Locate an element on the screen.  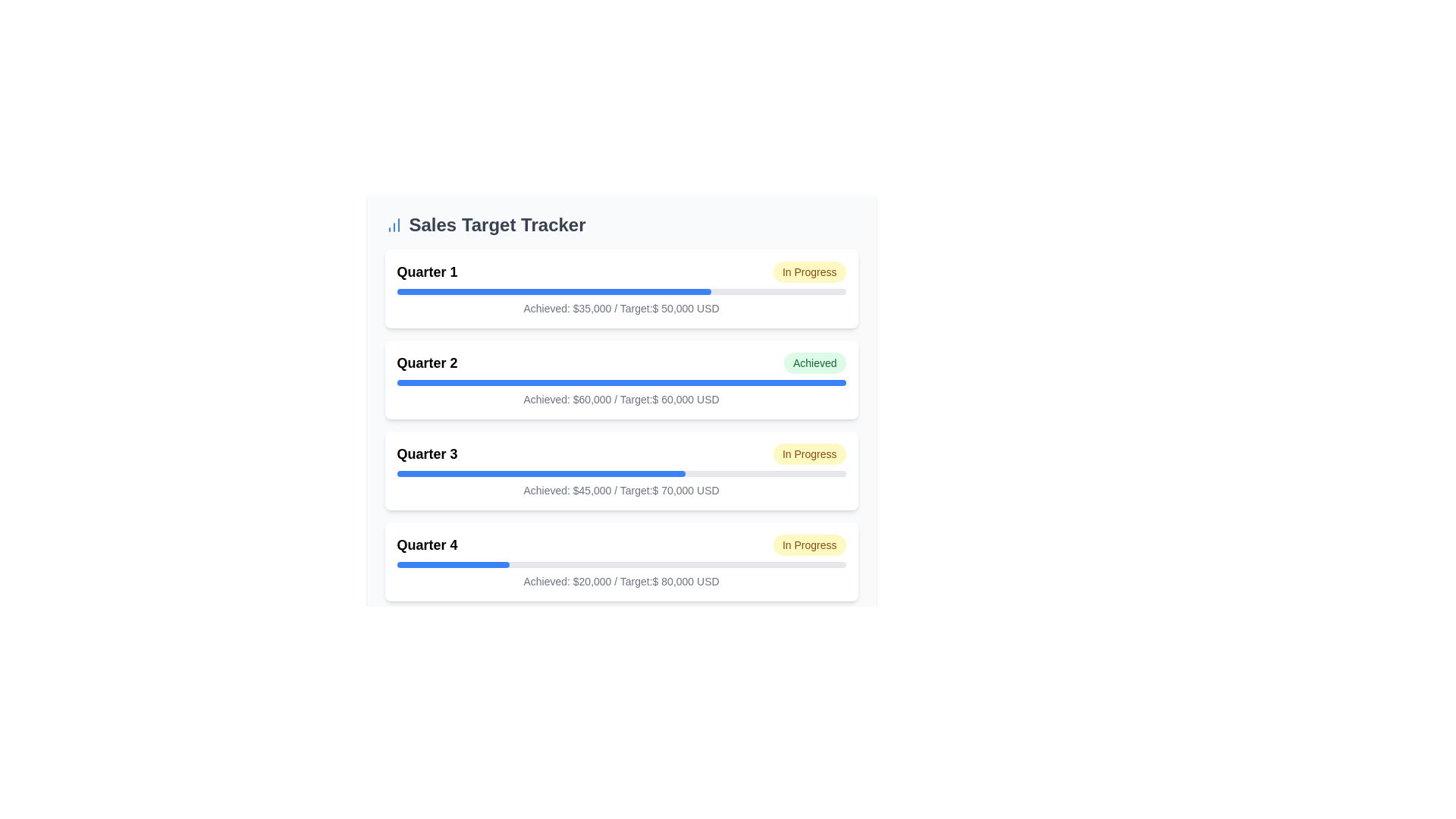
text content of the small gray Text Label displaying 'Achieved: $60,000 / Target: $60,000 USD' located at the bottom of the 'Quarter 2' section is located at coordinates (621, 399).